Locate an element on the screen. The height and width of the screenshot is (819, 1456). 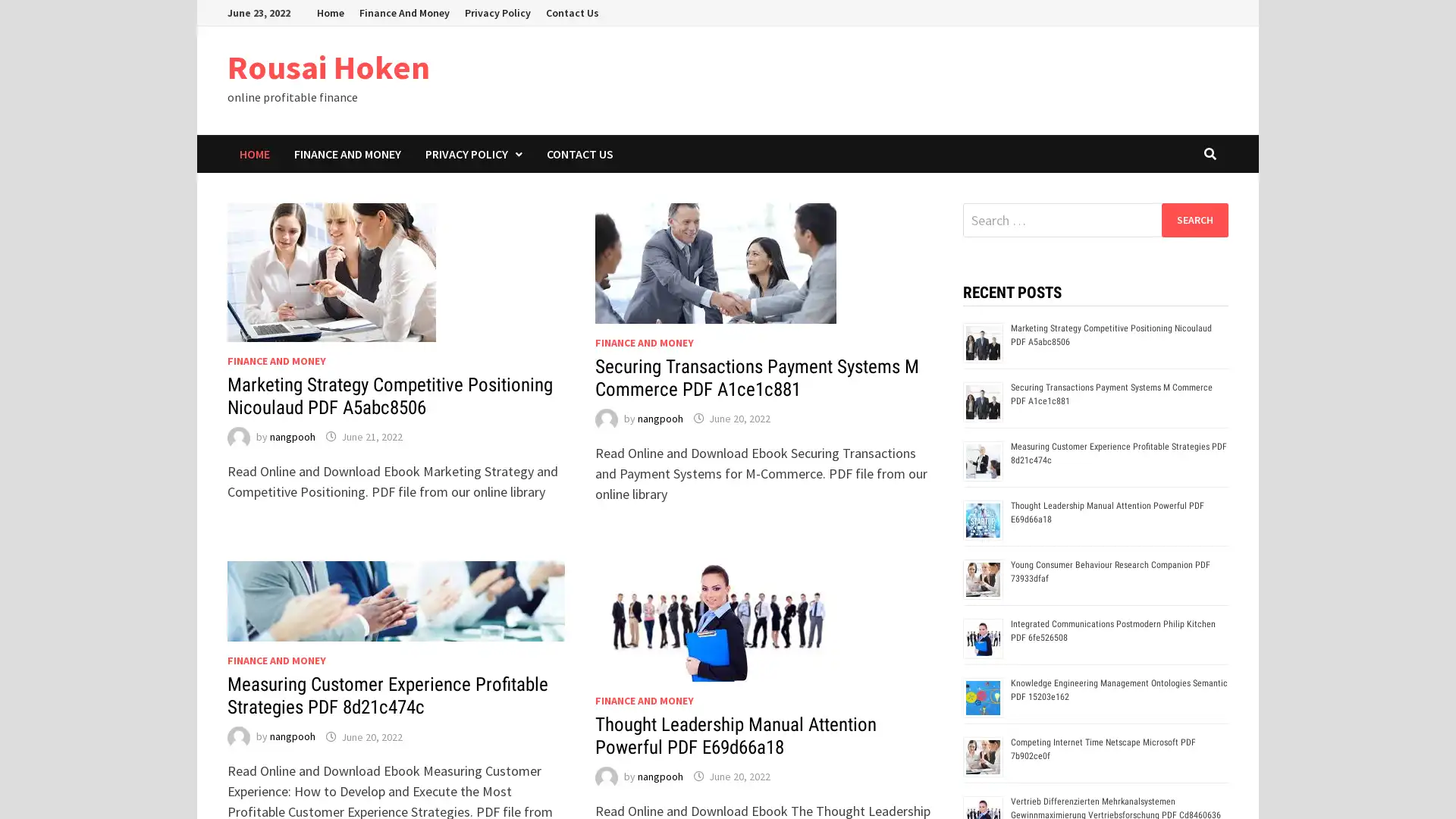
Search is located at coordinates (1194, 219).